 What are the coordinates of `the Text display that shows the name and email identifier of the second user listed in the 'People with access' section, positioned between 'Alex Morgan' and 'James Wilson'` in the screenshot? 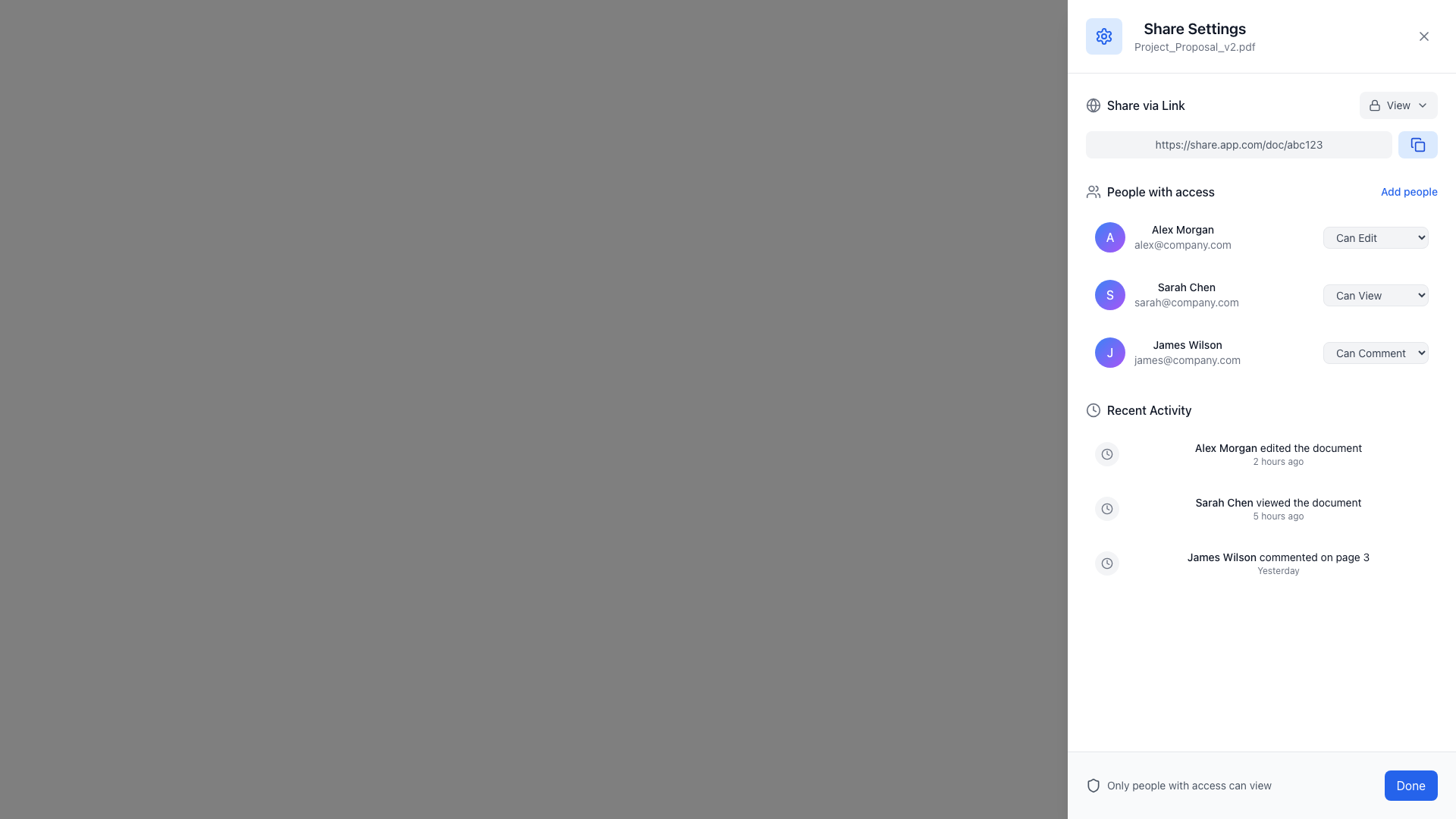 It's located at (1185, 295).